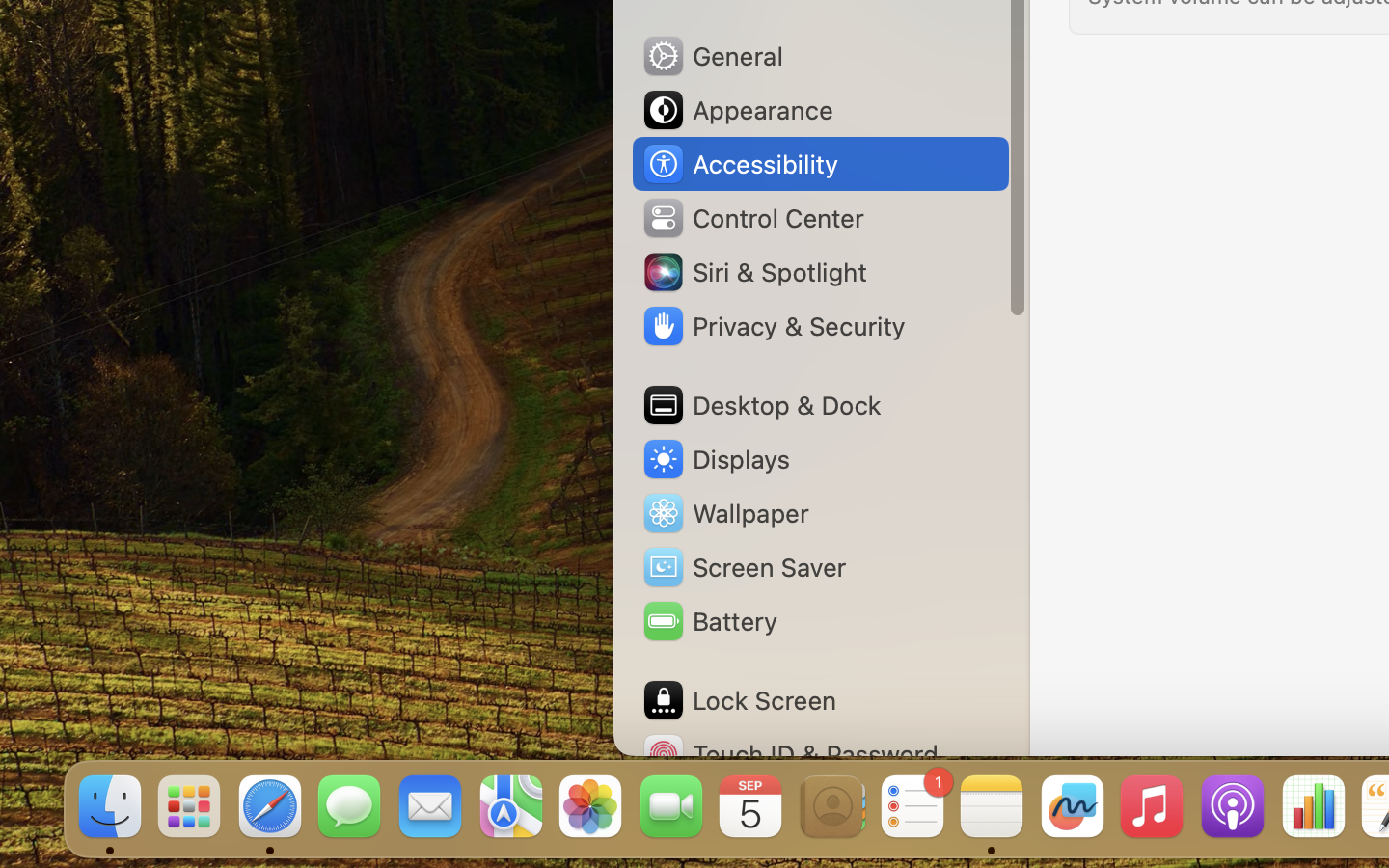  What do you see at coordinates (753, 270) in the screenshot?
I see `'Siri & Spotlight'` at bounding box center [753, 270].